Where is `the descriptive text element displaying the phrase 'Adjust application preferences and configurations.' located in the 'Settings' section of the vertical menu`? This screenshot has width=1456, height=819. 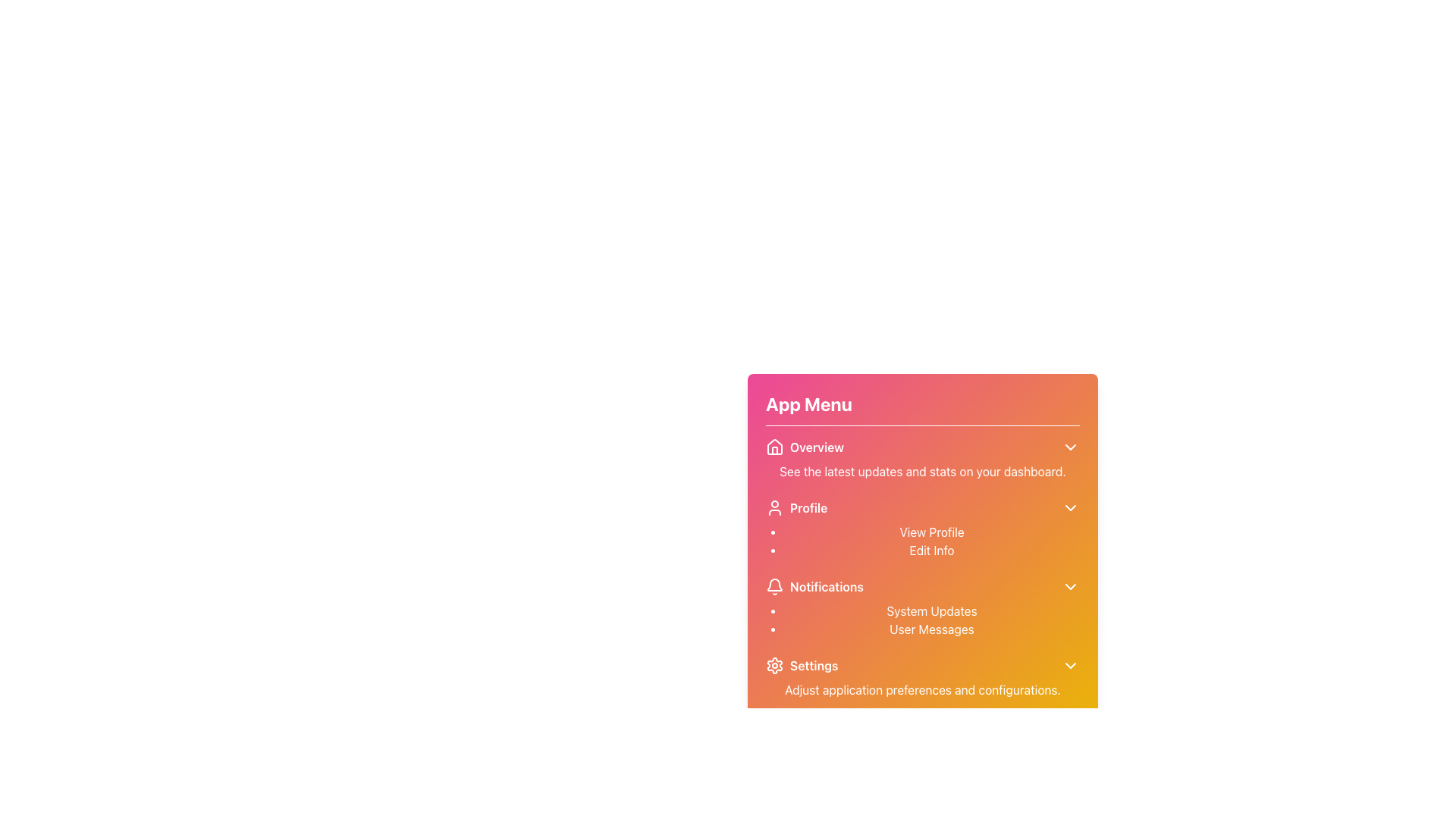
the descriptive text element displaying the phrase 'Adjust application preferences and configurations.' located in the 'Settings' section of the vertical menu is located at coordinates (922, 690).